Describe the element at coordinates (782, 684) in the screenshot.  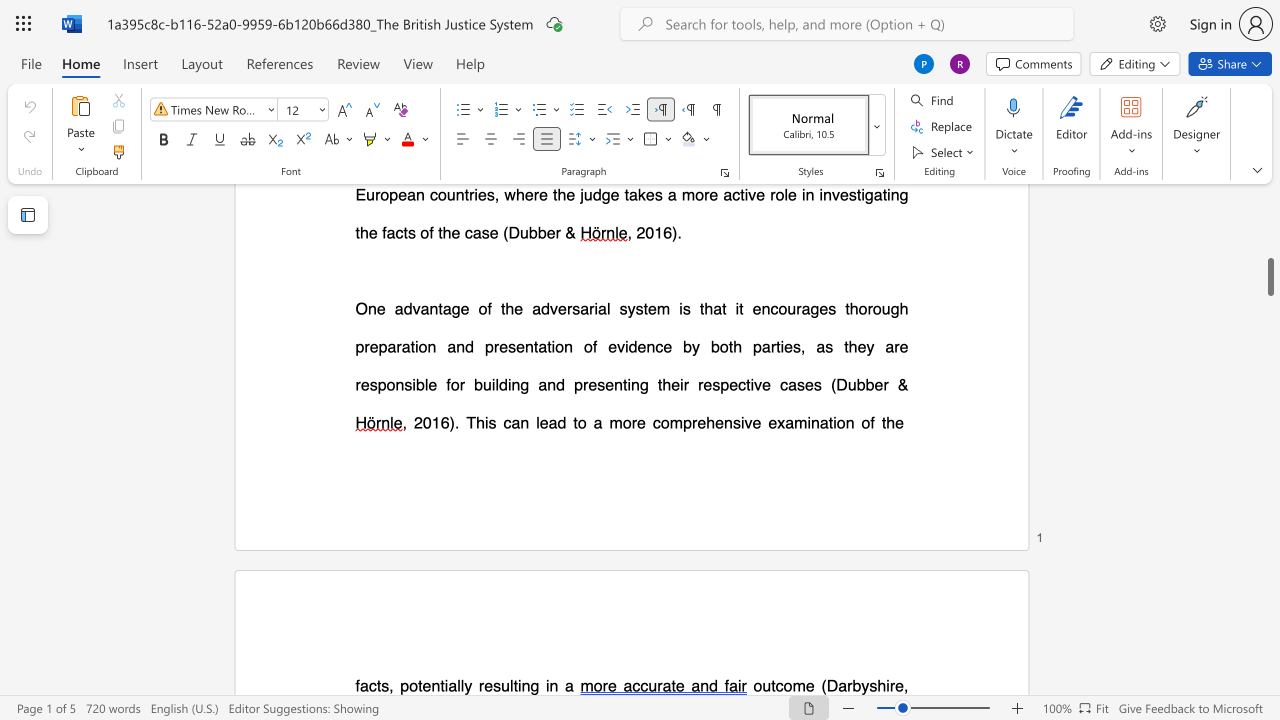
I see `the space between the continuous character "c" and "o" in the text` at that location.